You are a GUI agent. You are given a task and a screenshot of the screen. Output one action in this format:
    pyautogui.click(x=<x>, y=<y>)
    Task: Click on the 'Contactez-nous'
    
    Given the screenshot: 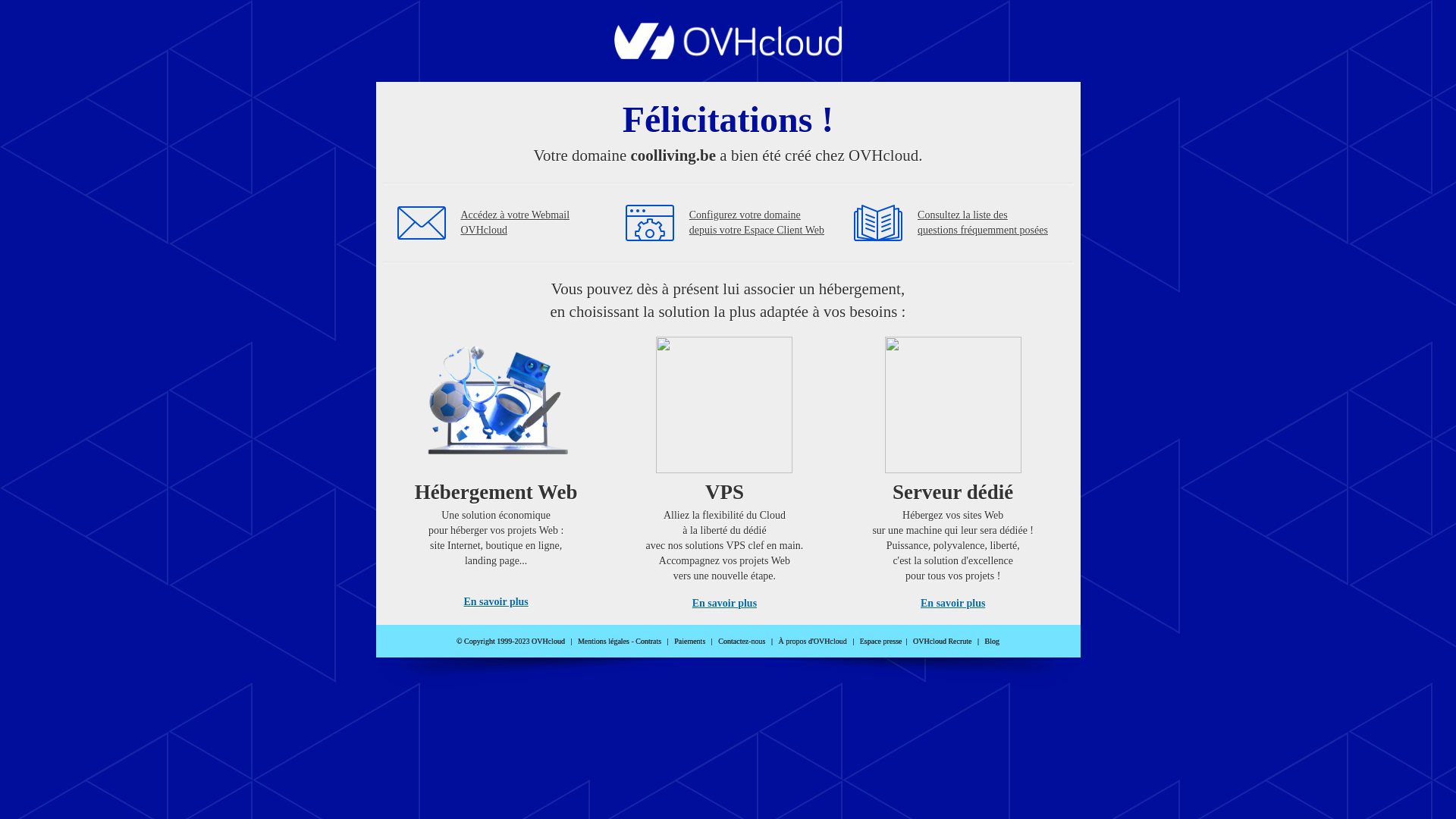 What is the action you would take?
    pyautogui.click(x=742, y=641)
    